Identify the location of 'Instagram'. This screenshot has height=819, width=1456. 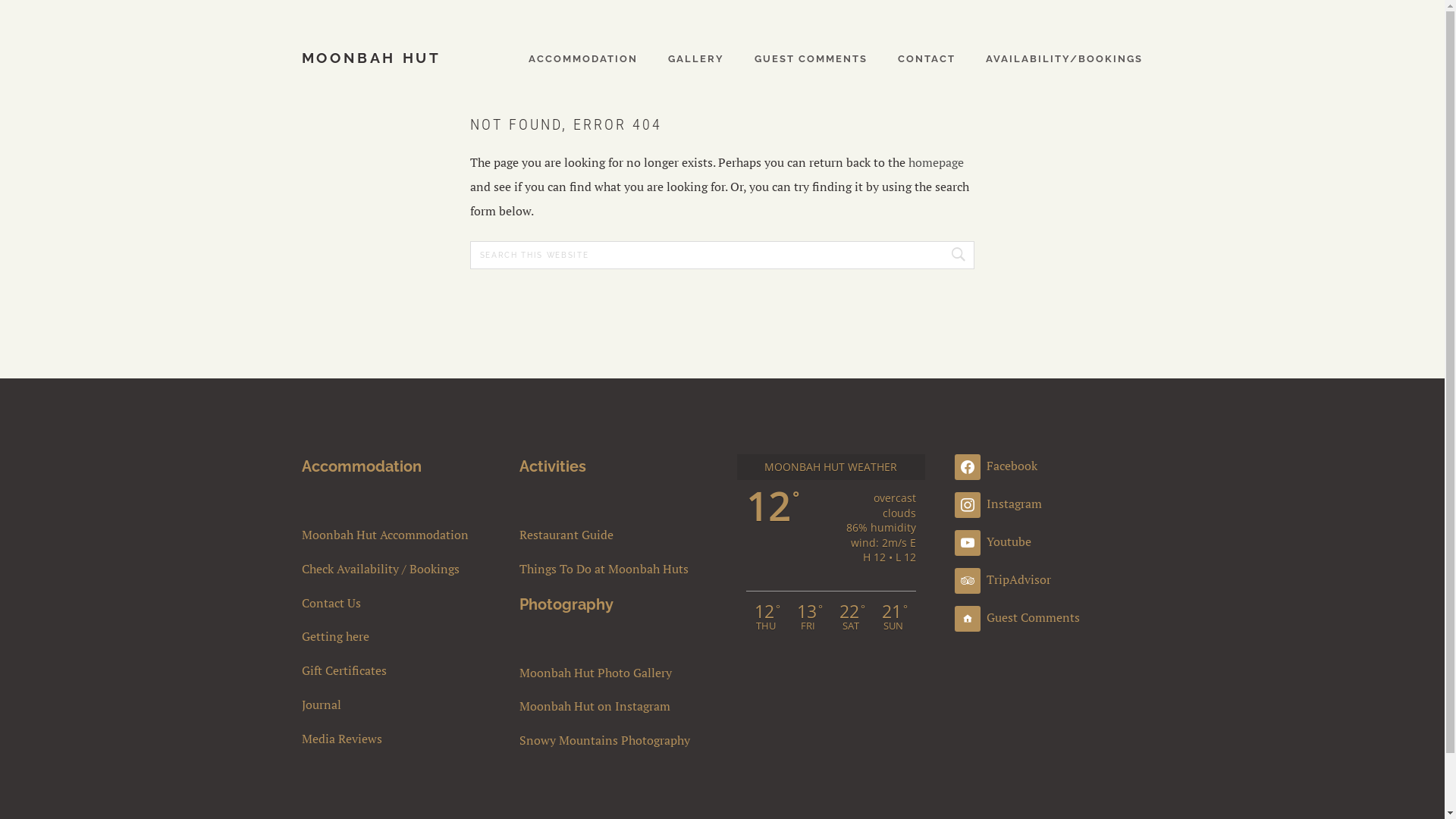
(998, 503).